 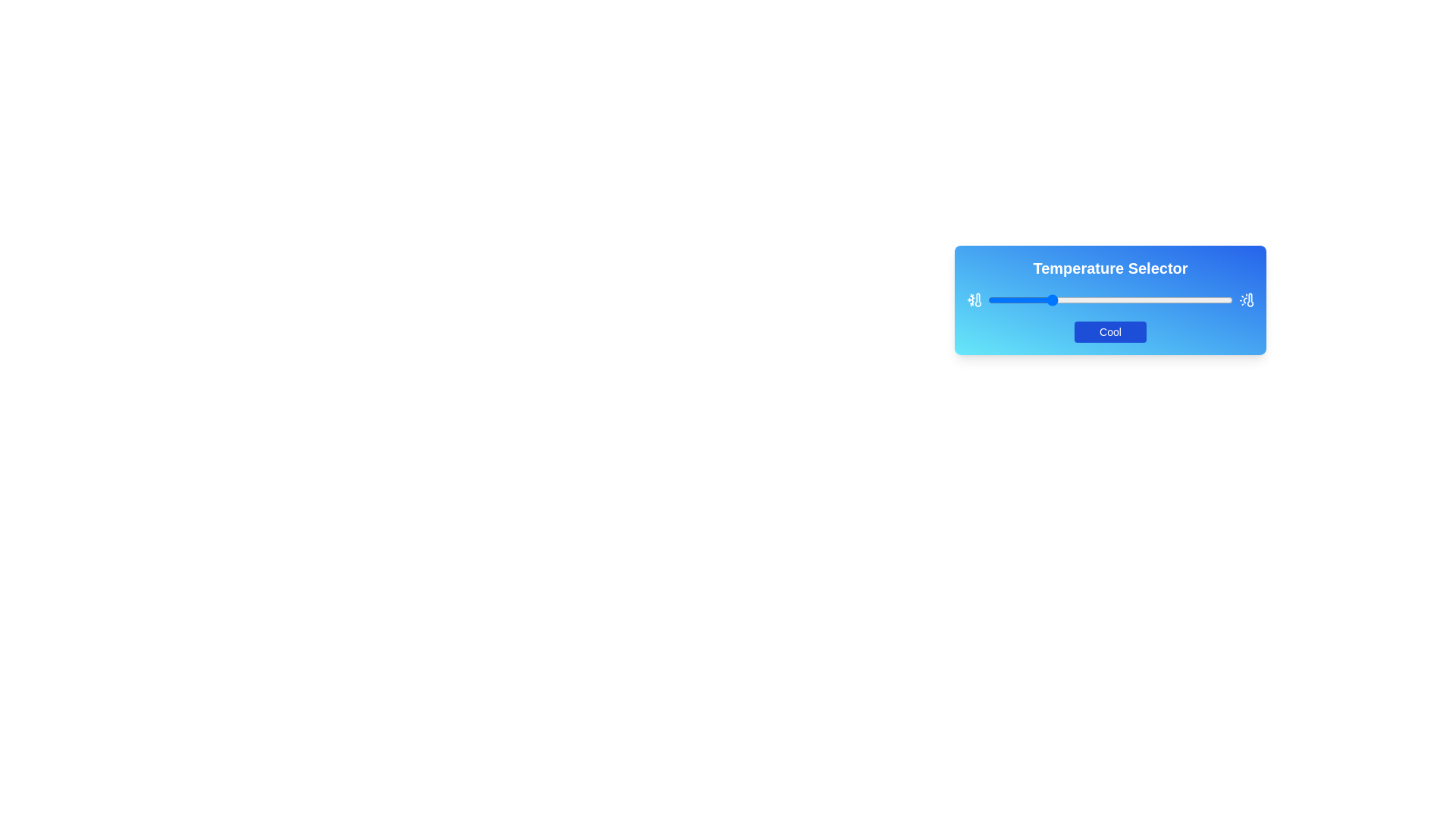 What do you see at coordinates (1041, 300) in the screenshot?
I see `the slider to set the temperature to 22` at bounding box center [1041, 300].